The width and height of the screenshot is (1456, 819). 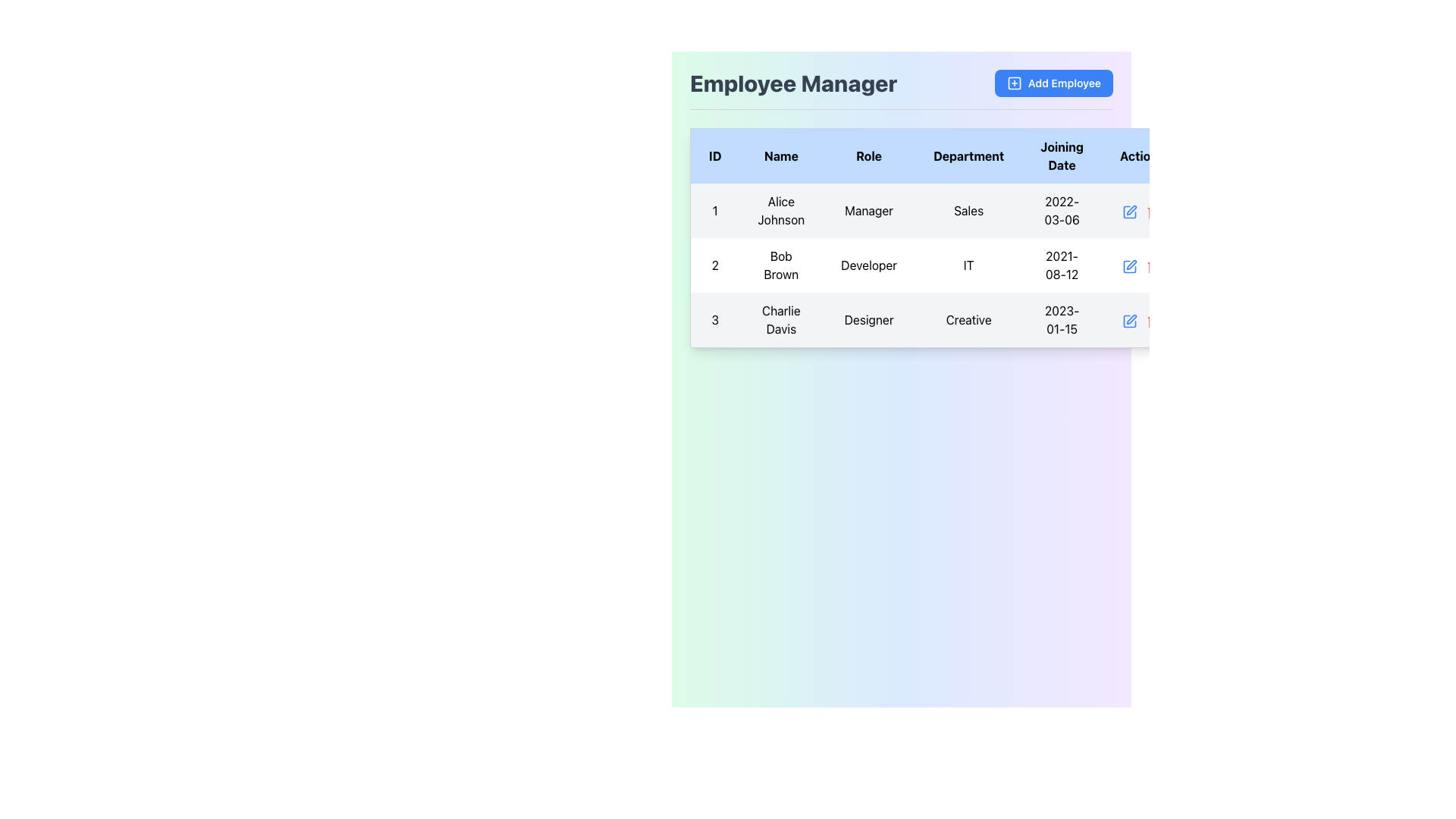 What do you see at coordinates (1130, 320) in the screenshot?
I see `the Decorative Graphic element, which is part of a pencil-and-square icon in the 'Actions' column of the third row corresponding to 'Charlie Davis'` at bounding box center [1130, 320].